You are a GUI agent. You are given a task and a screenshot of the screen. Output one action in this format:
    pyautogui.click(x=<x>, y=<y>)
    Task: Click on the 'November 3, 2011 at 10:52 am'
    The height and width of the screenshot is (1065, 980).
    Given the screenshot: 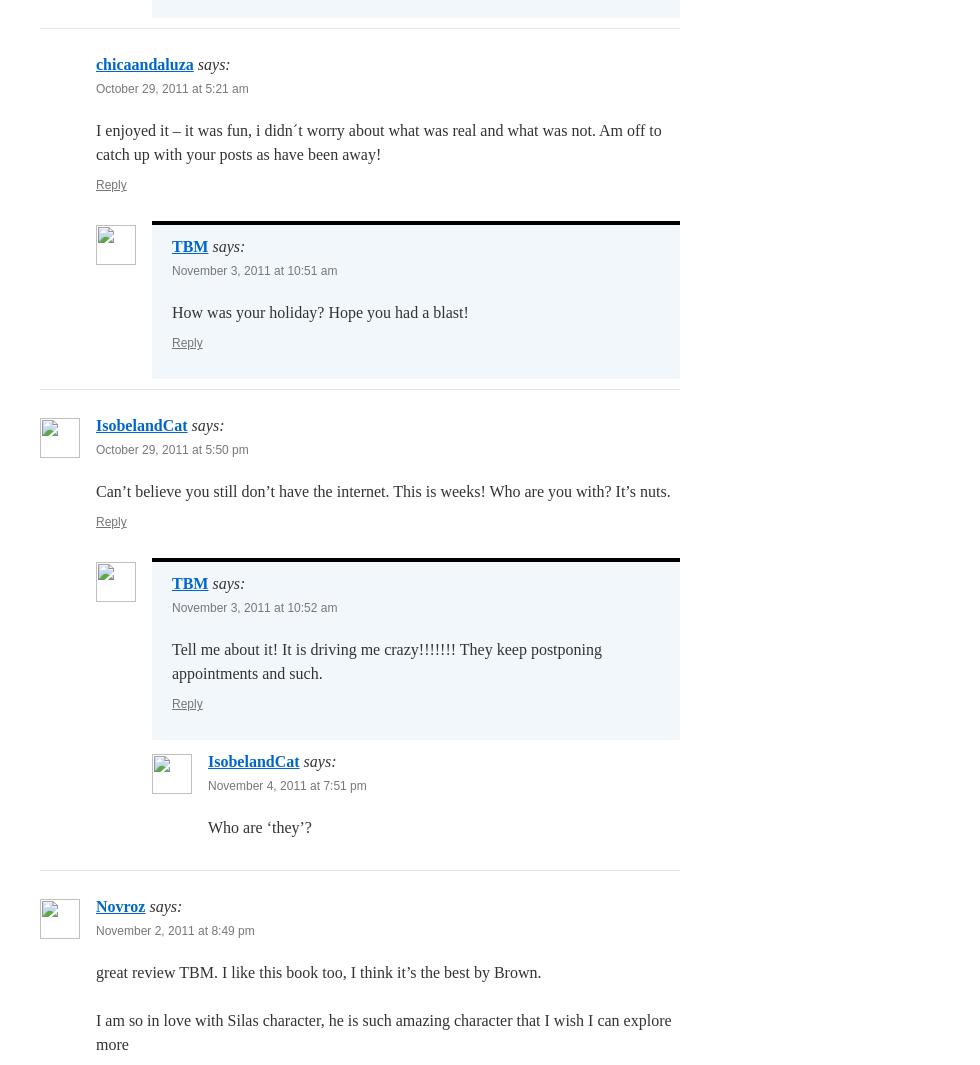 What is the action you would take?
    pyautogui.click(x=254, y=608)
    